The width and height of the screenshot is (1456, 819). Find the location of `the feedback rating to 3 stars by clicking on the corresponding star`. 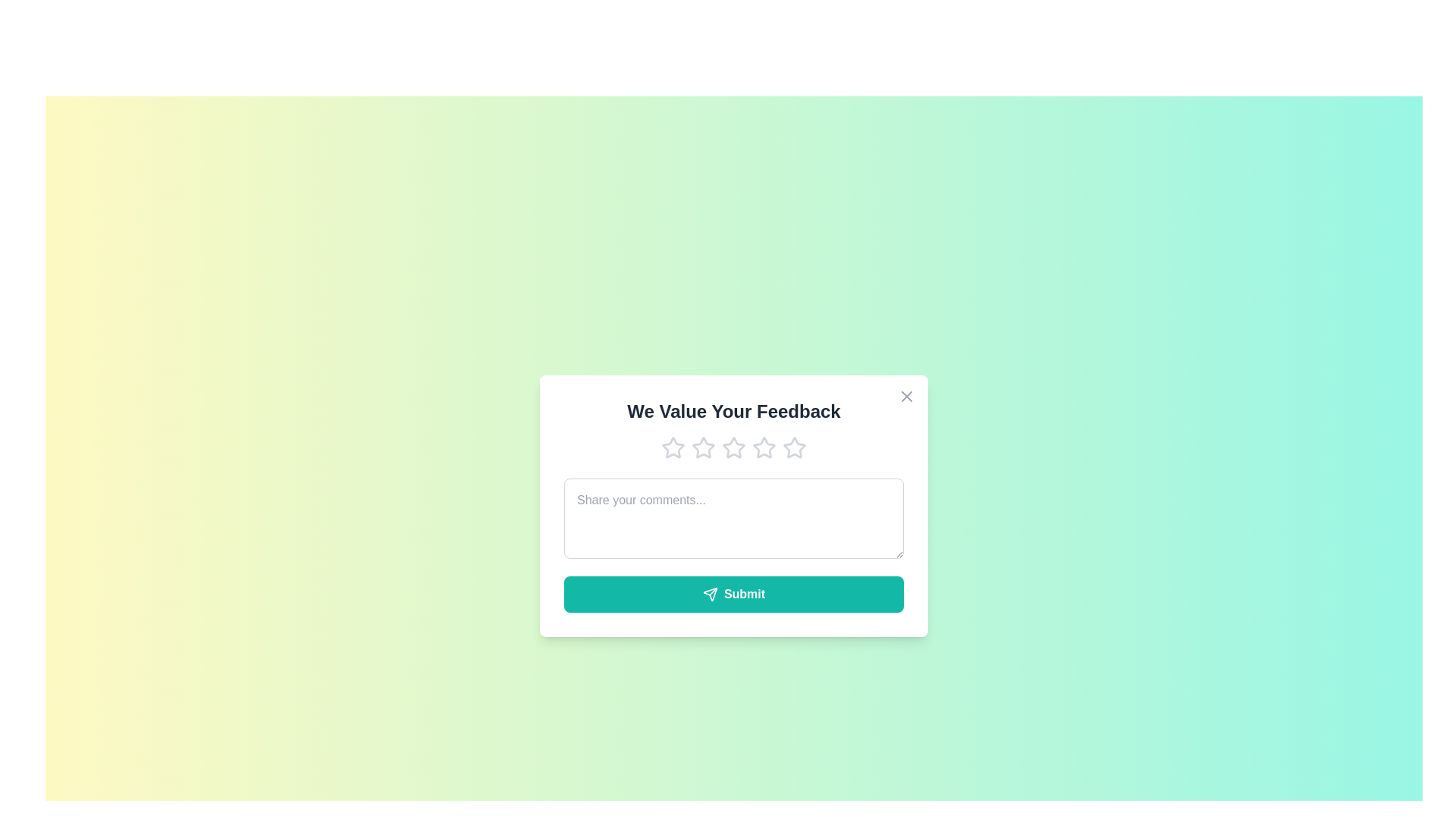

the feedback rating to 3 stars by clicking on the corresponding star is located at coordinates (734, 447).